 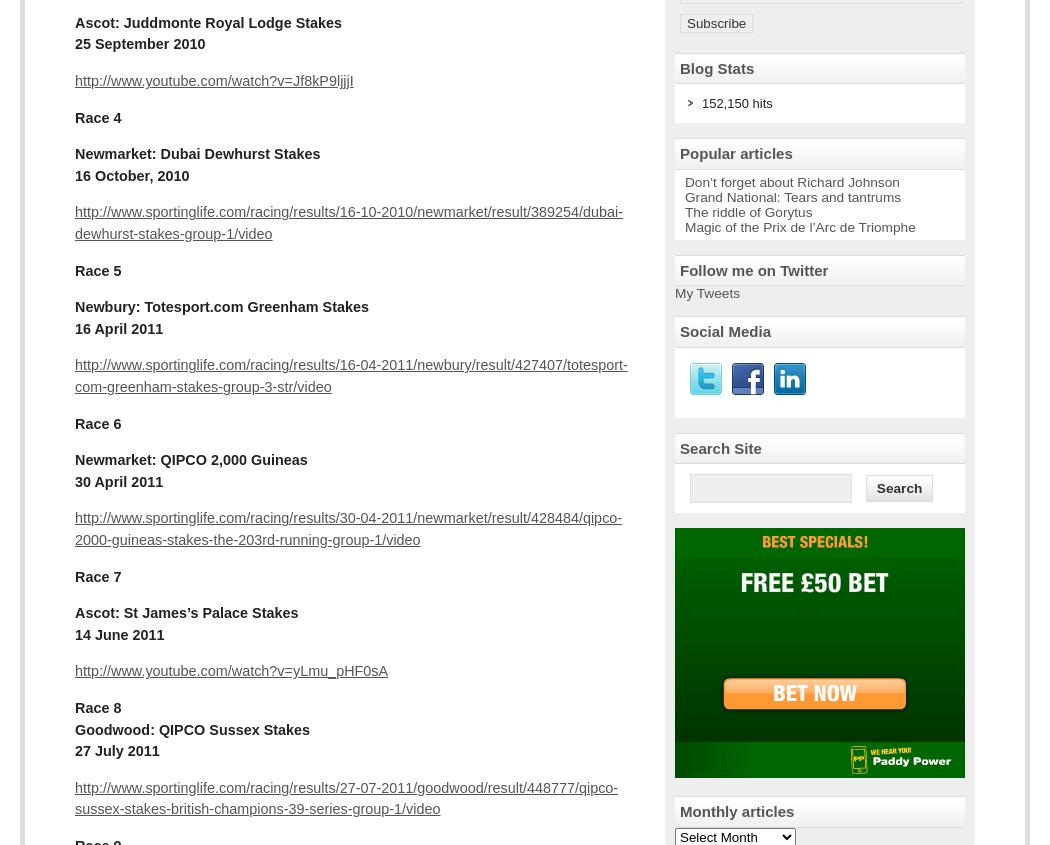 What do you see at coordinates (735, 153) in the screenshot?
I see `'Popular articles'` at bounding box center [735, 153].